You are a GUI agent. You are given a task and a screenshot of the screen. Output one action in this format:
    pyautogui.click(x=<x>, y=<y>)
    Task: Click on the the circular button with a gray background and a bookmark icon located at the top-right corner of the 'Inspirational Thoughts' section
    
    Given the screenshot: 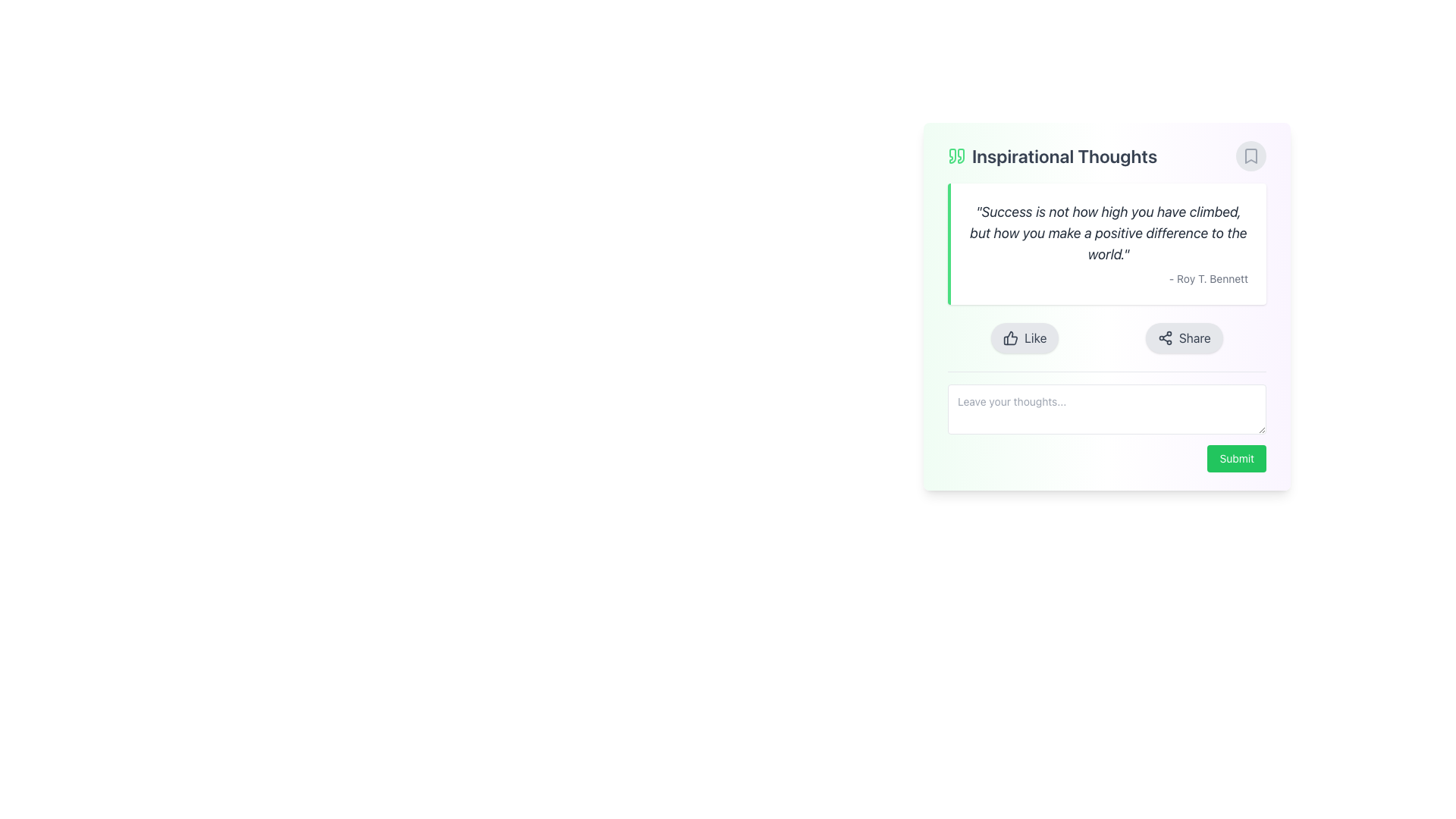 What is the action you would take?
    pyautogui.click(x=1251, y=155)
    